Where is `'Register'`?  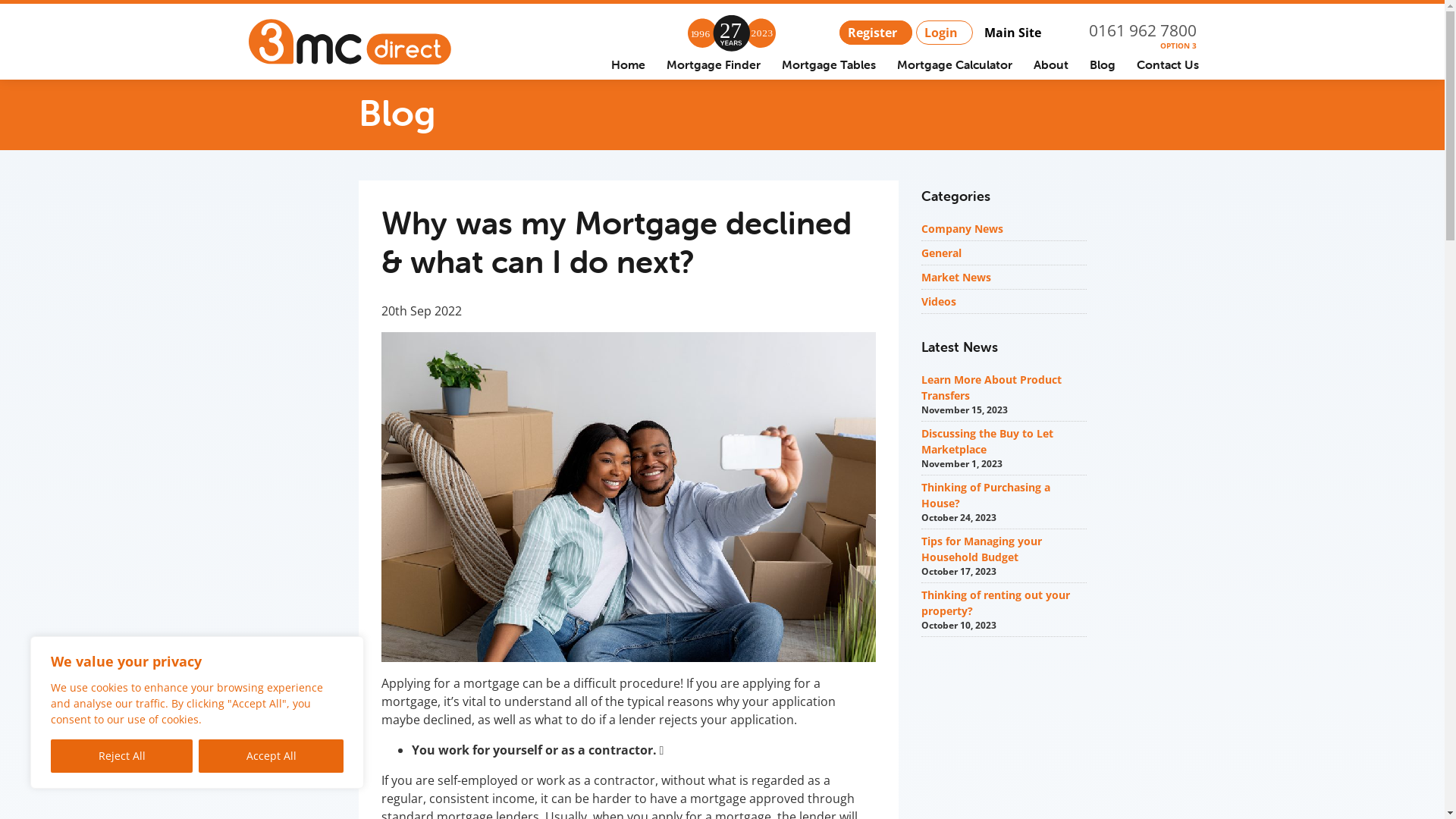 'Register' is located at coordinates (837, 32).